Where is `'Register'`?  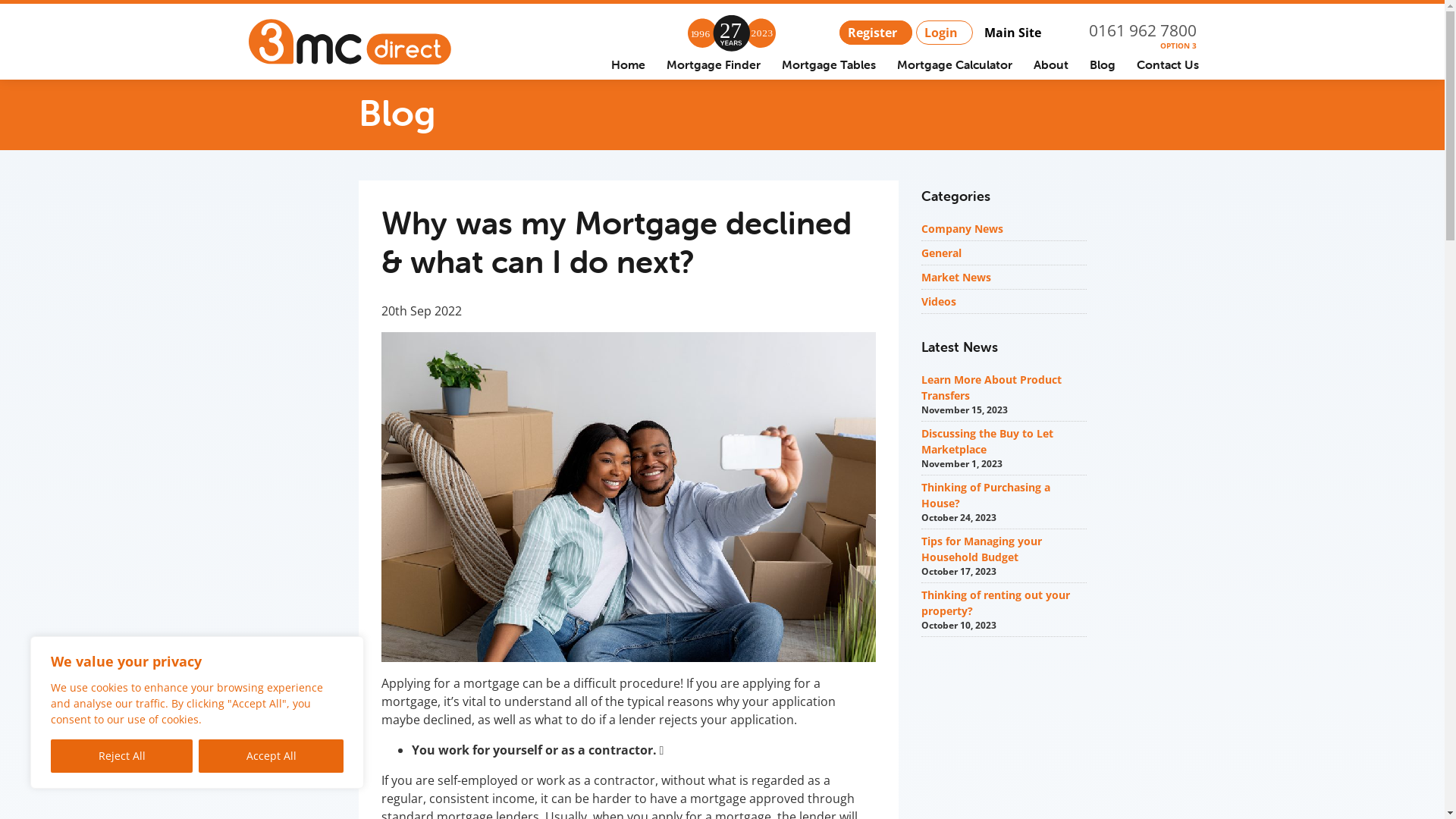 'Register' is located at coordinates (837, 32).